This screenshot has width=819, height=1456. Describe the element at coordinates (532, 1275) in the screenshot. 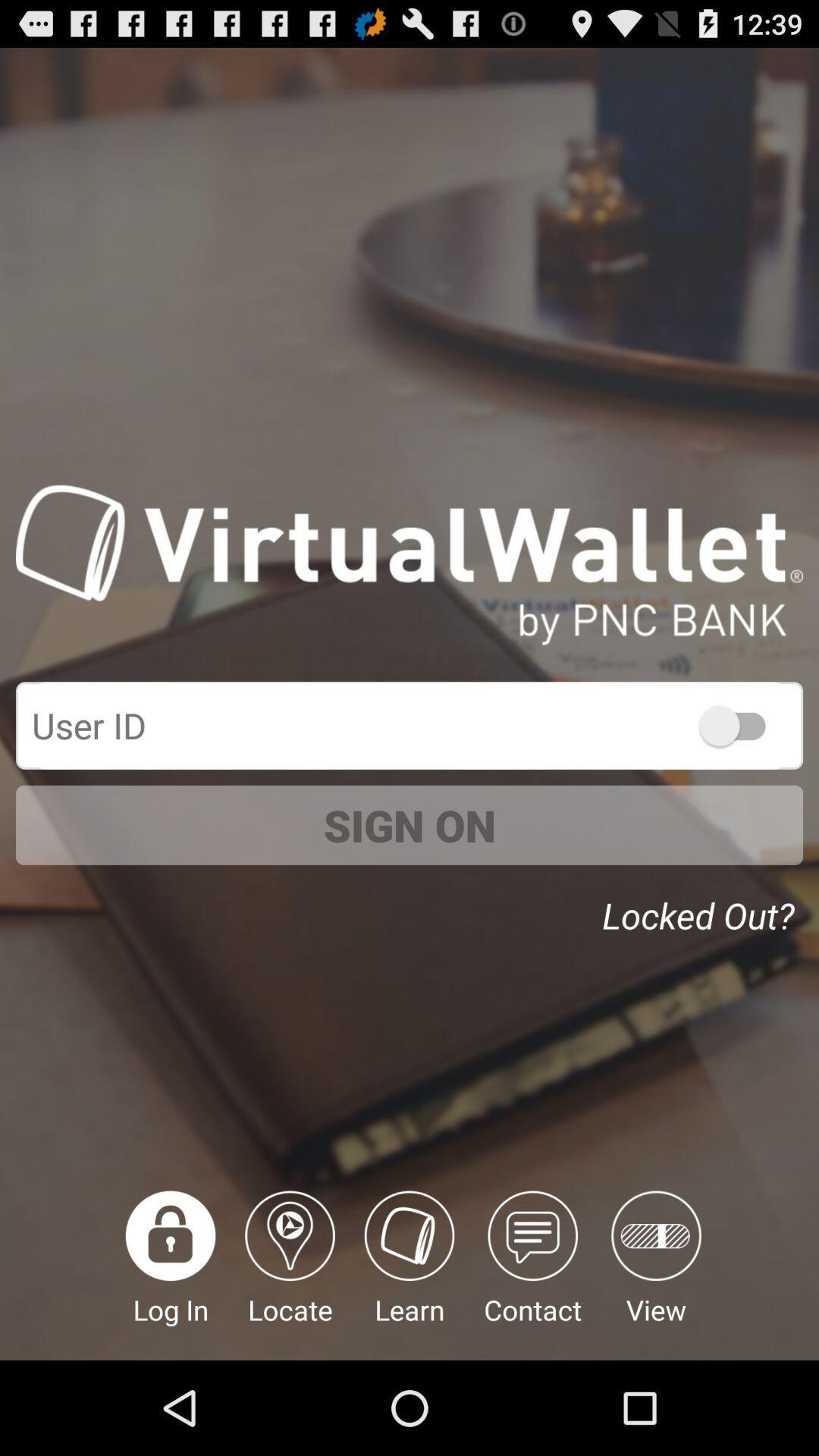

I see `the item next to the learn` at that location.